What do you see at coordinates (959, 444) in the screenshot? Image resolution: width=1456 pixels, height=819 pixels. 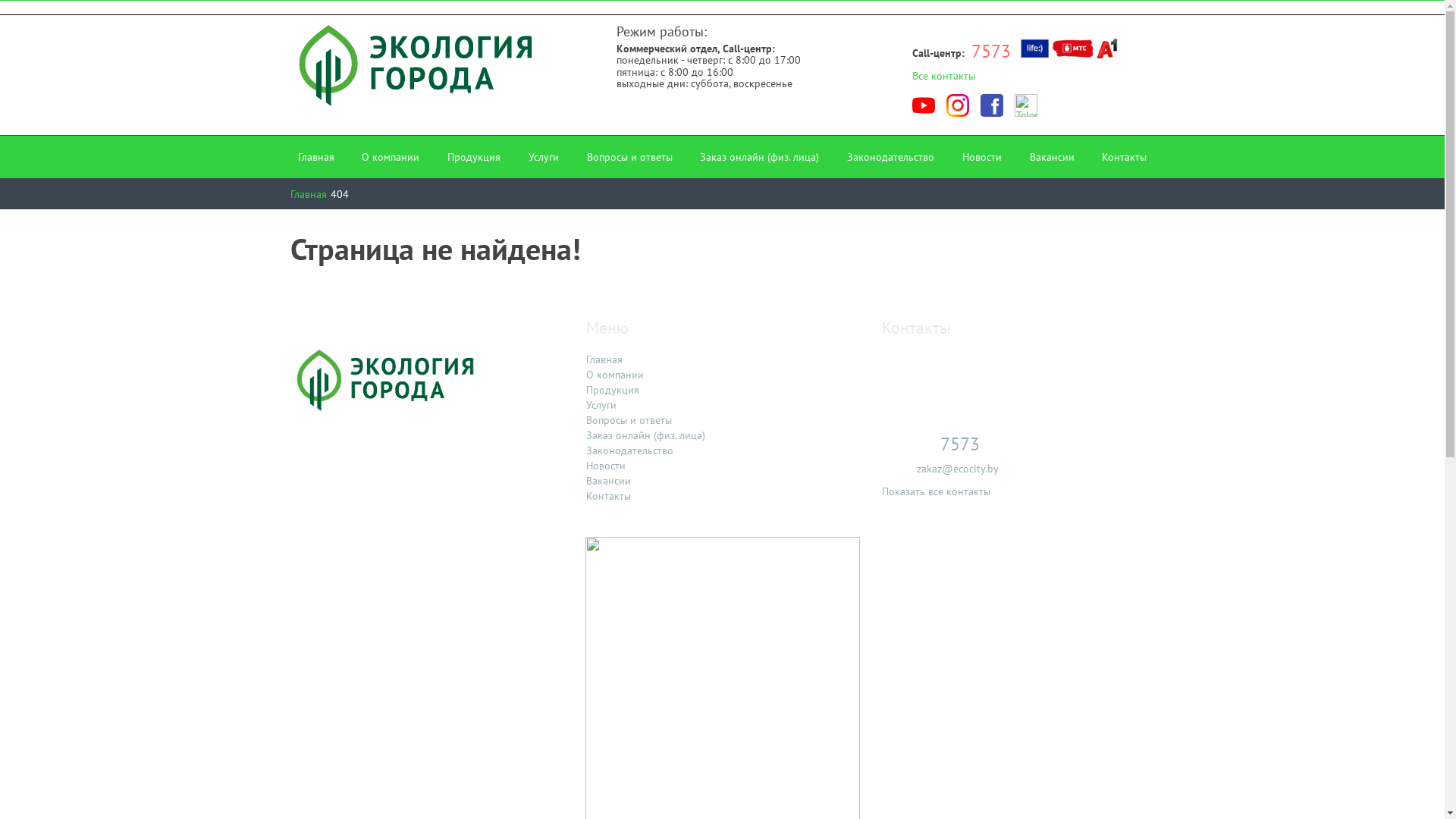 I see `'7573'` at bounding box center [959, 444].